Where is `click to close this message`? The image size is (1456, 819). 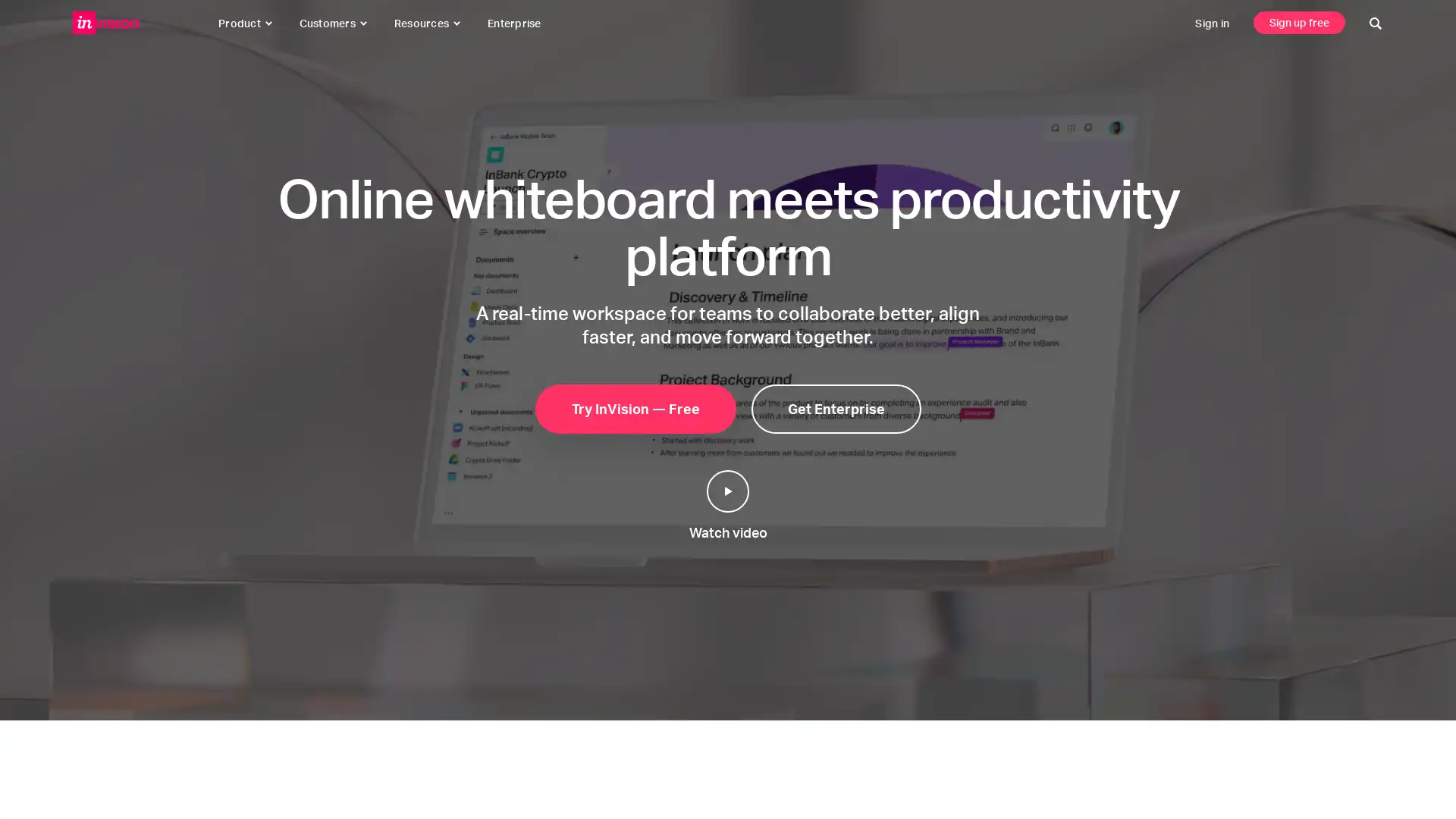 click to close this message is located at coordinates (1373, 738).